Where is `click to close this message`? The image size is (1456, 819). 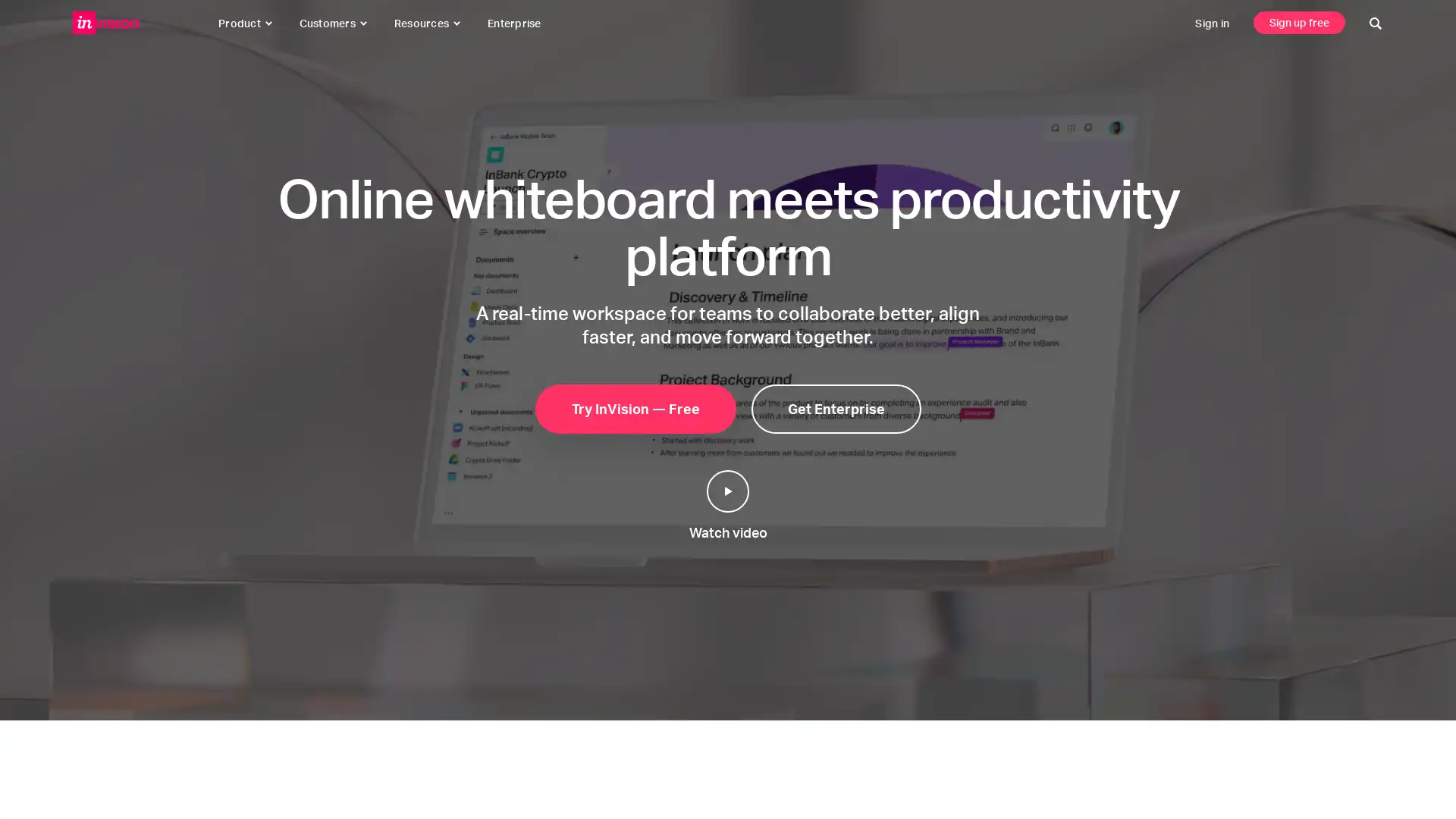 click to close this message is located at coordinates (1373, 738).